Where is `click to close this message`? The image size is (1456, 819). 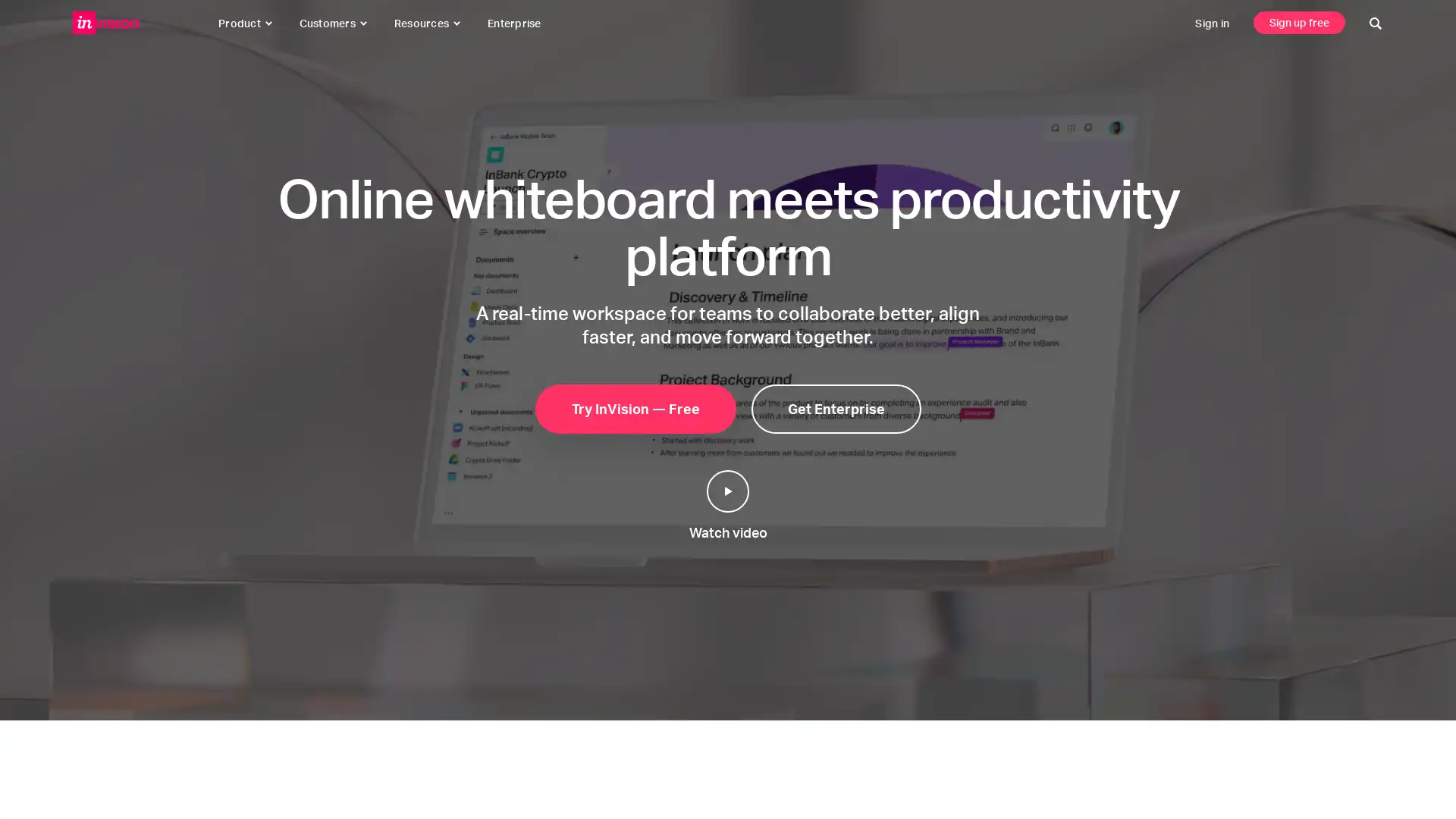 click to close this message is located at coordinates (1373, 738).